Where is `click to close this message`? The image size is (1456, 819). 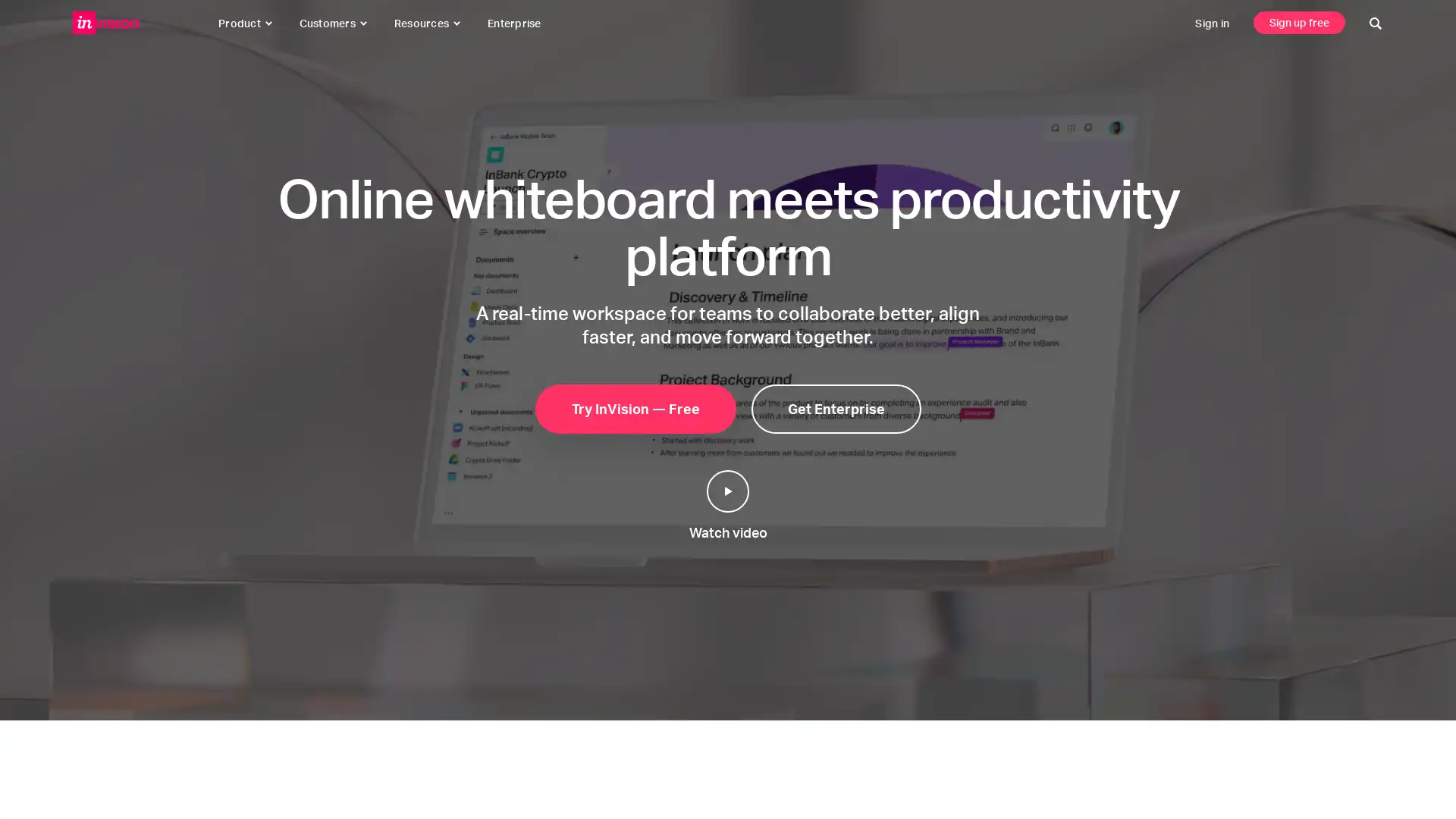 click to close this message is located at coordinates (1373, 738).